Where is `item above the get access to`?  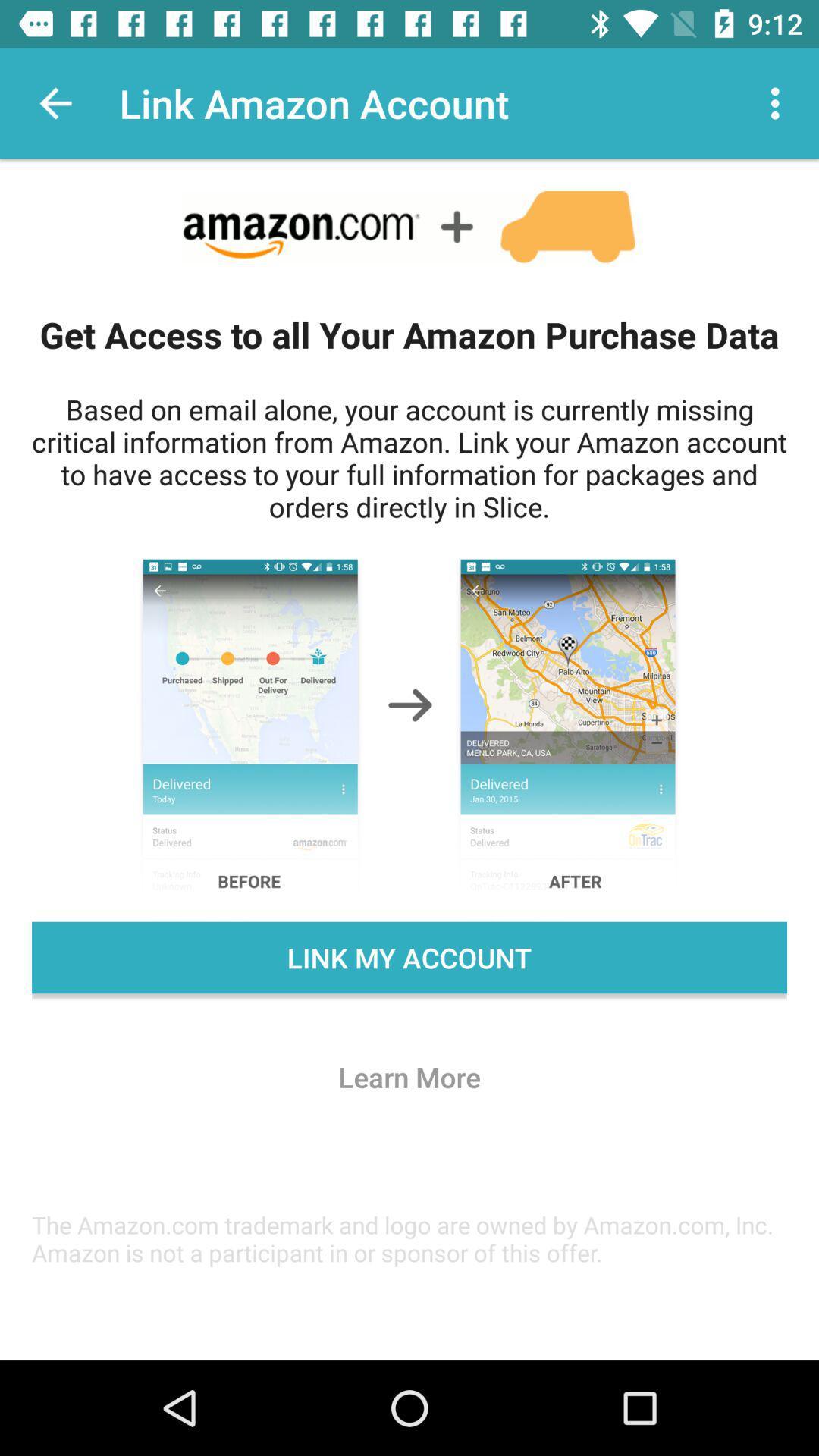 item above the get access to is located at coordinates (55, 102).